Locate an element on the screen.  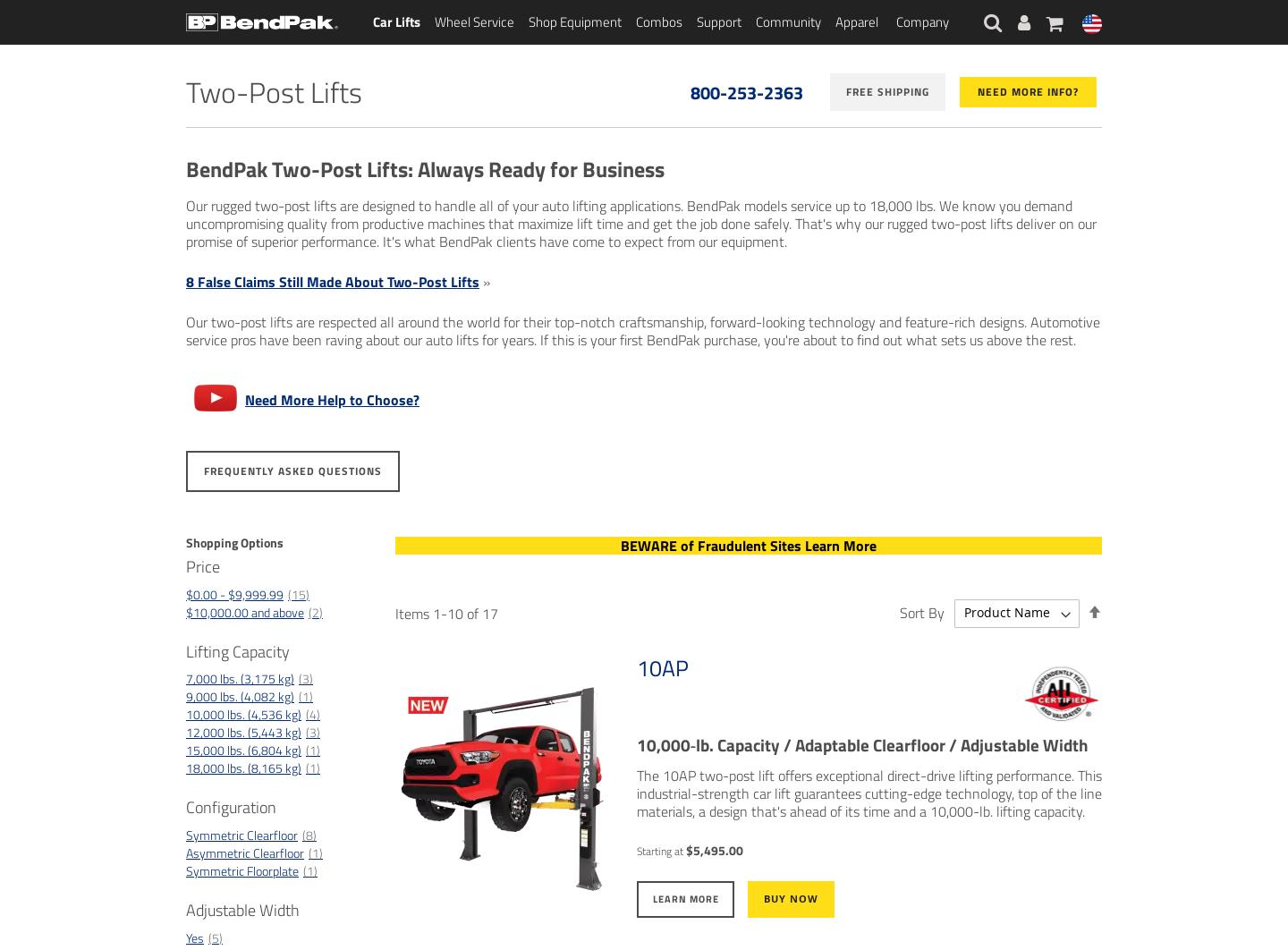
'of' is located at coordinates (470, 612).